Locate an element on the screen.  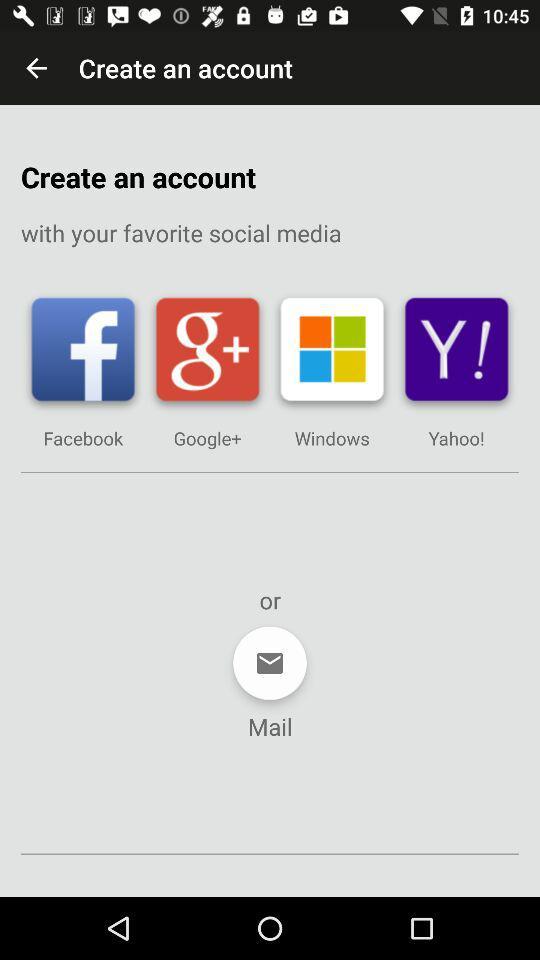
the icon above the create an account is located at coordinates (36, 68).